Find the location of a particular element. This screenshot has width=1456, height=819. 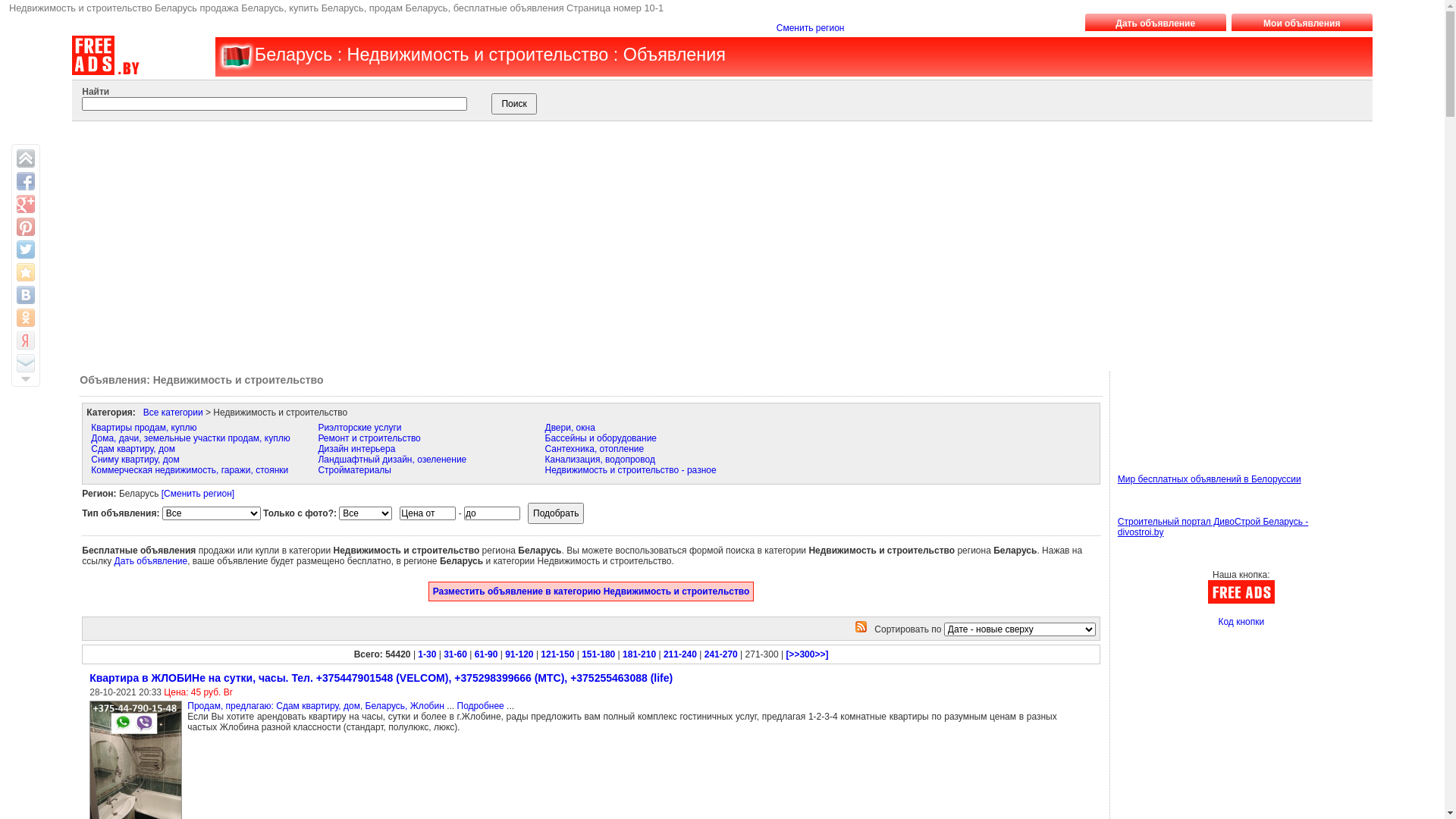

'91-120' is located at coordinates (519, 654).